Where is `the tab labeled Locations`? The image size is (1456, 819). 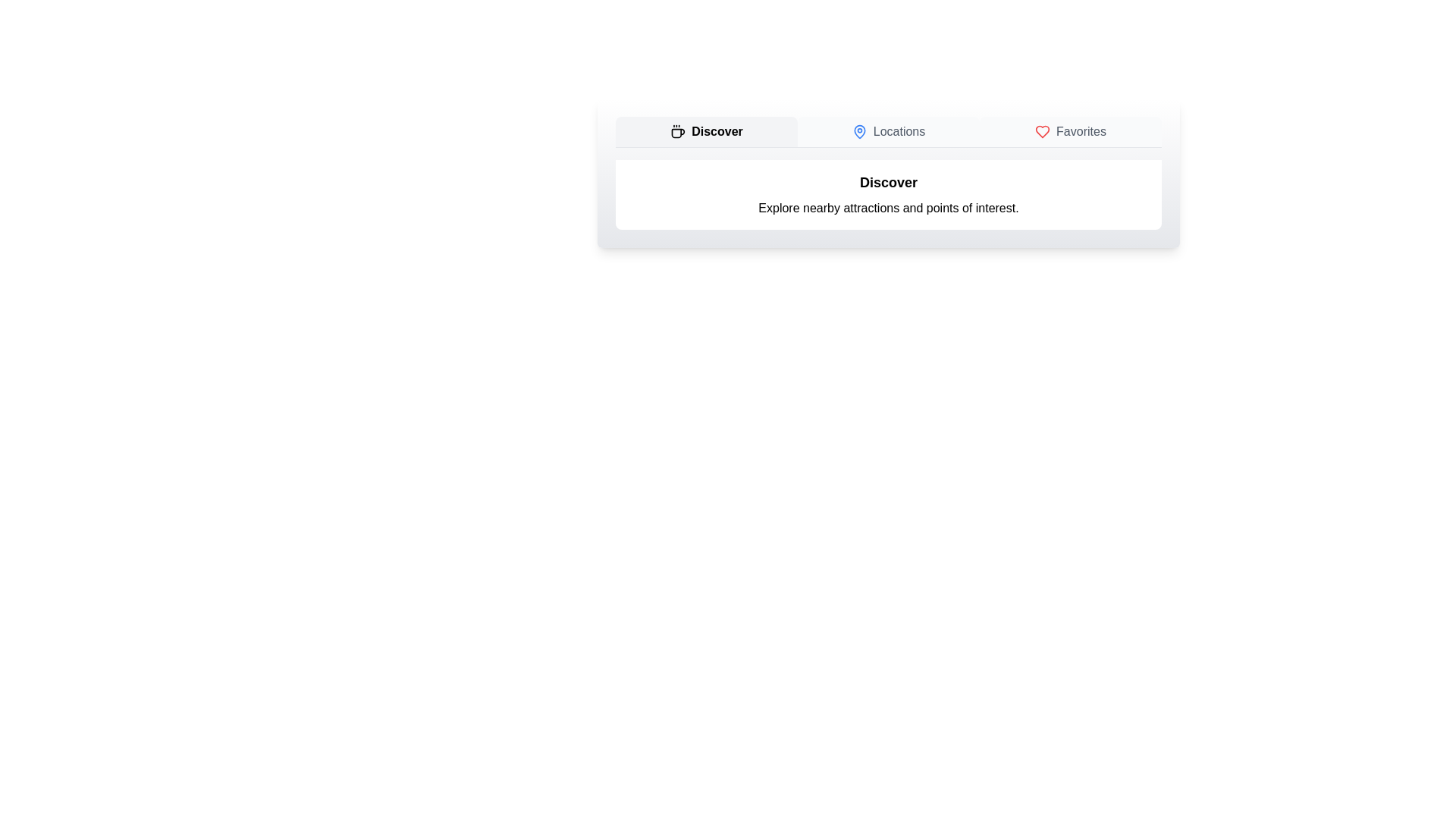
the tab labeled Locations is located at coordinates (888, 130).